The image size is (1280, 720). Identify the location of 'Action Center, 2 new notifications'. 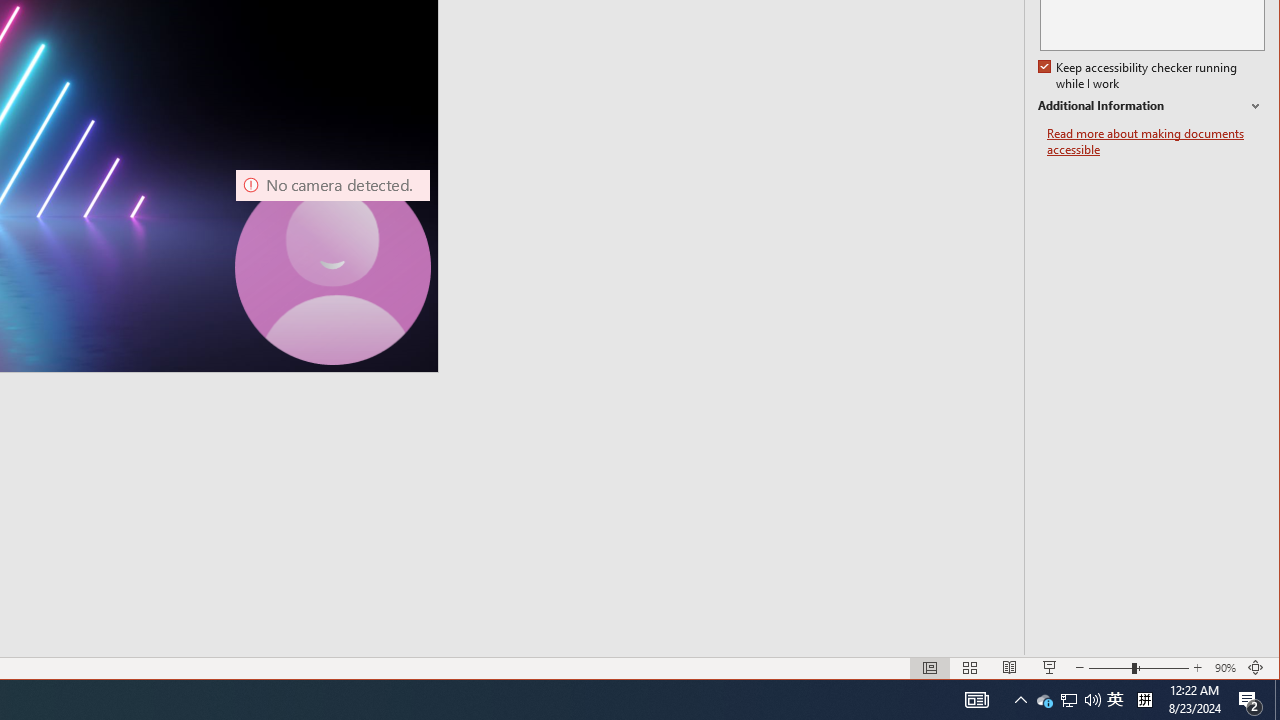
(1250, 698).